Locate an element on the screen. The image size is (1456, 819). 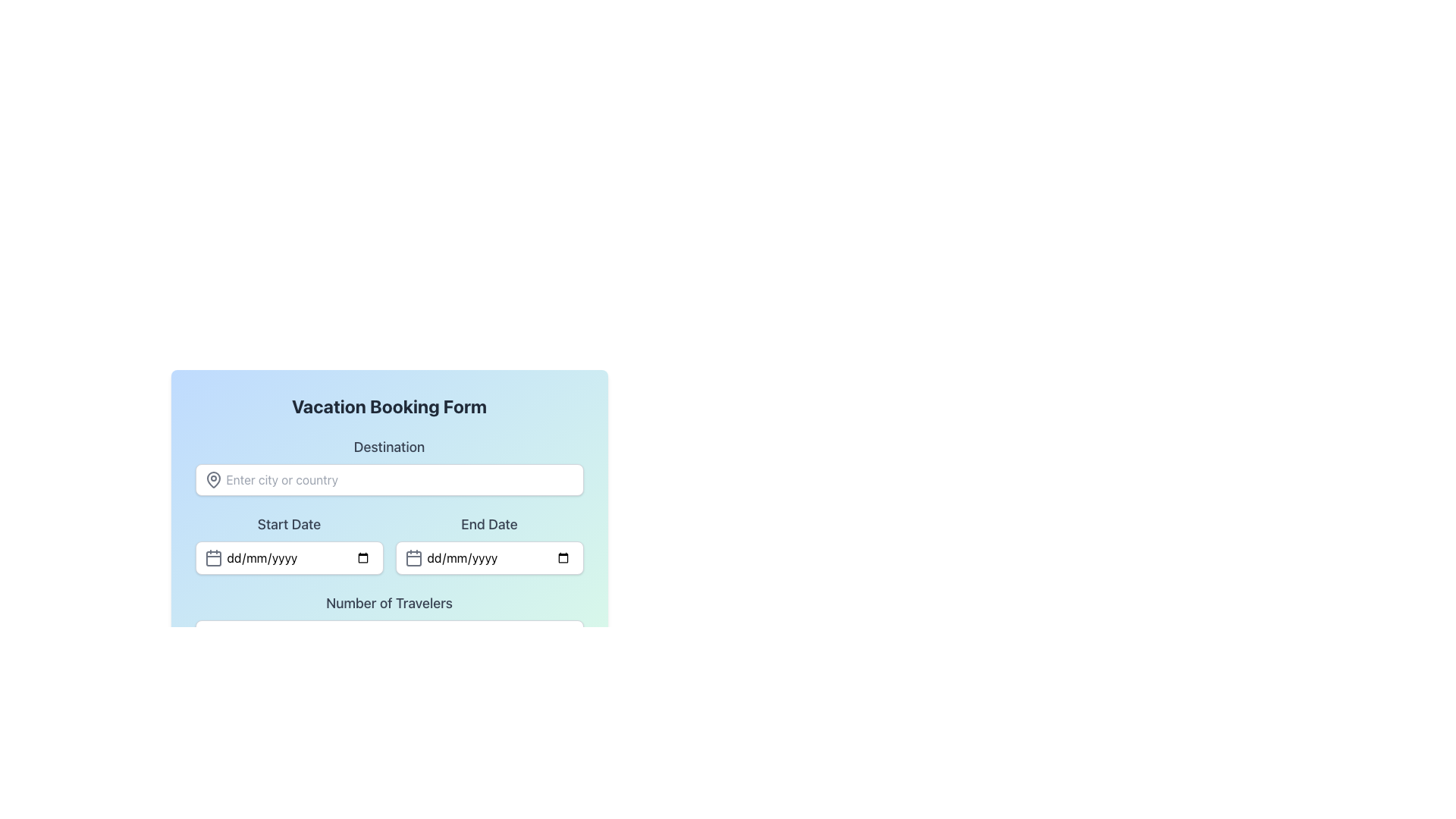
the calendar icon located inside the 'End Date' input field, which is positioned to the left of the placeholder text 'dd/mm/yyyy' is located at coordinates (413, 558).